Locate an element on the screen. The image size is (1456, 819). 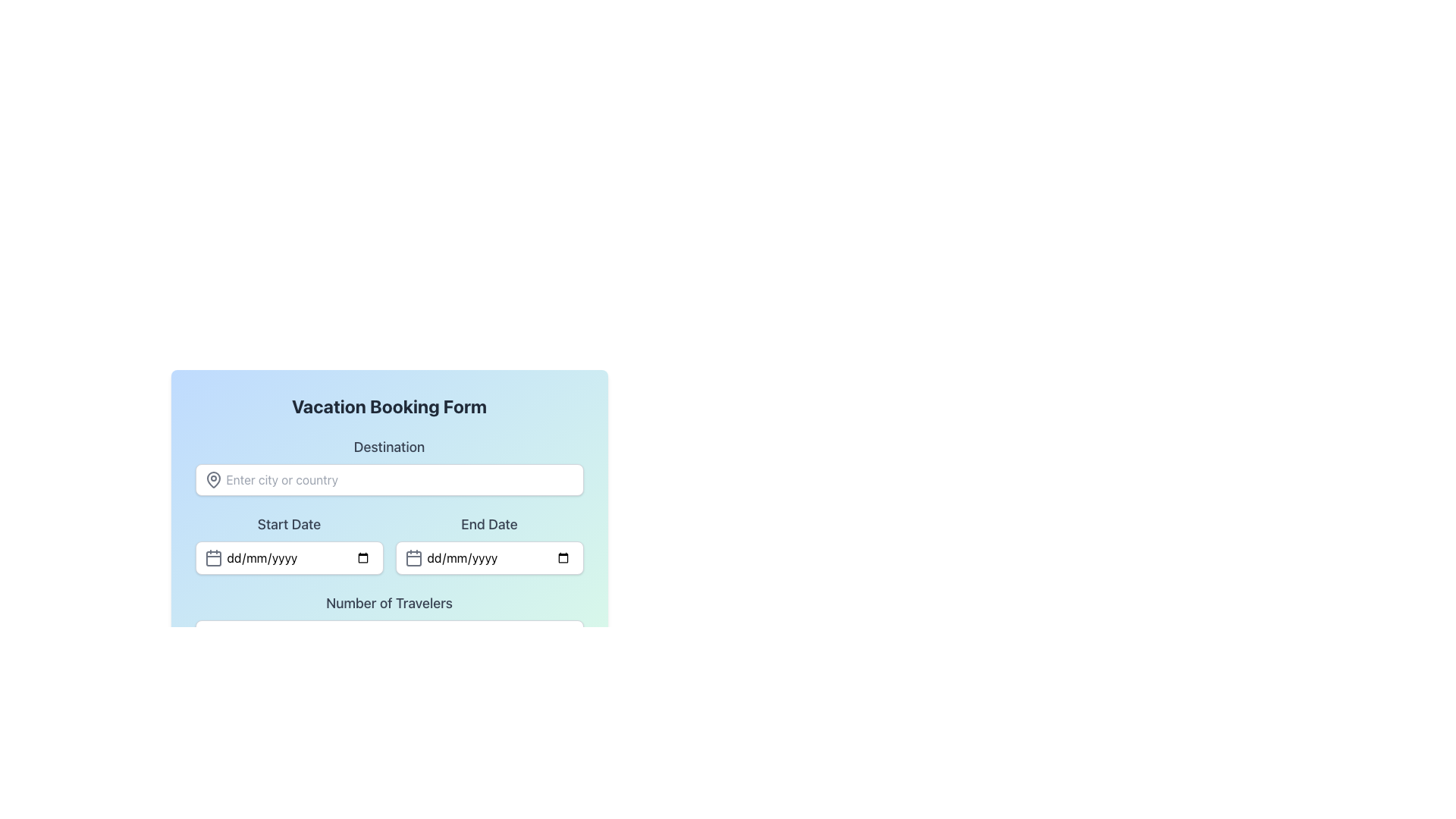
the calendar icon located inside the 'End Date' input field, which is positioned to the left of the placeholder text 'dd/mm/yyyy' is located at coordinates (413, 558).